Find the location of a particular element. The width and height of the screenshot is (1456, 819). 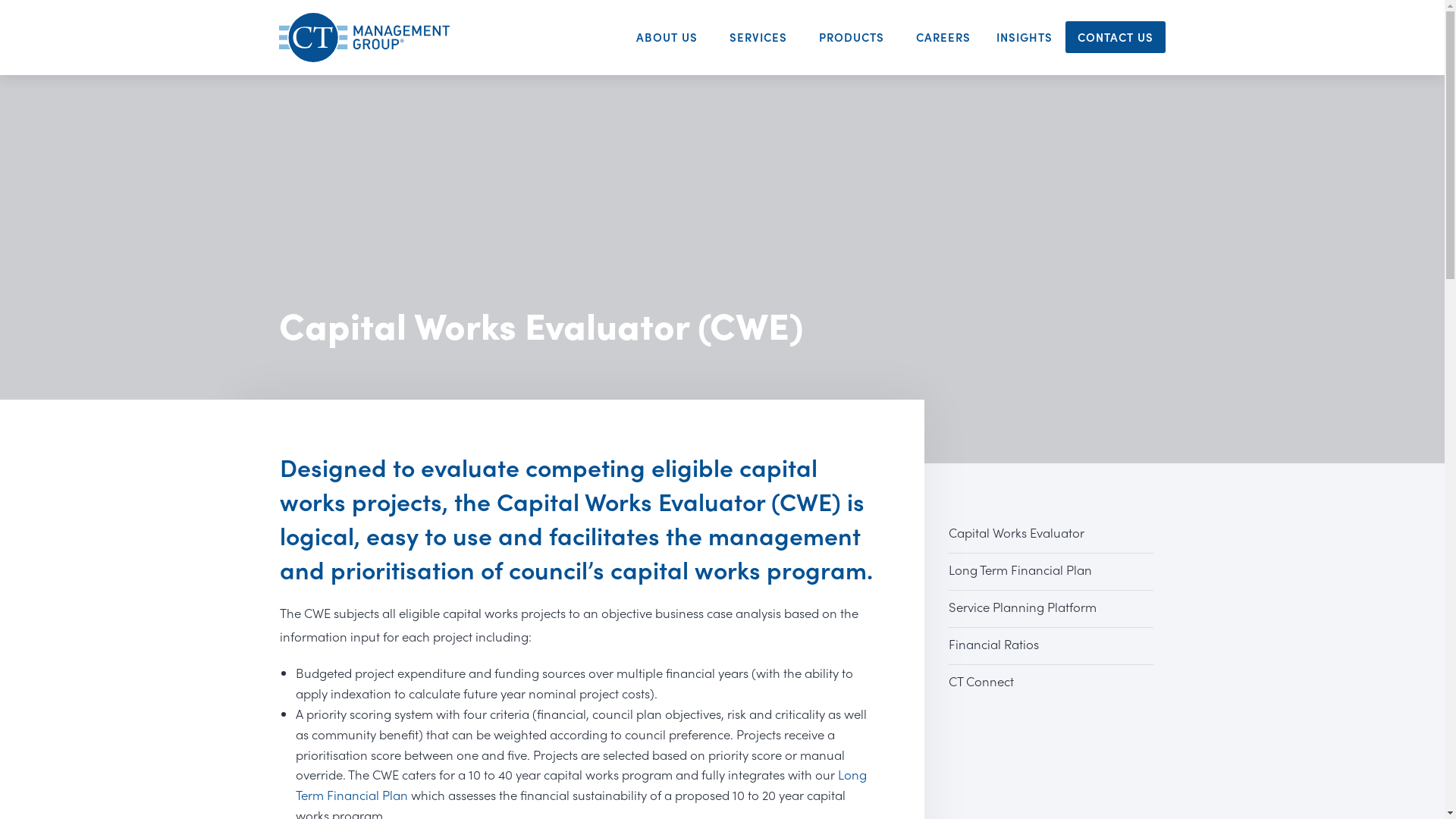

'CONTACT US' is located at coordinates (1115, 36).